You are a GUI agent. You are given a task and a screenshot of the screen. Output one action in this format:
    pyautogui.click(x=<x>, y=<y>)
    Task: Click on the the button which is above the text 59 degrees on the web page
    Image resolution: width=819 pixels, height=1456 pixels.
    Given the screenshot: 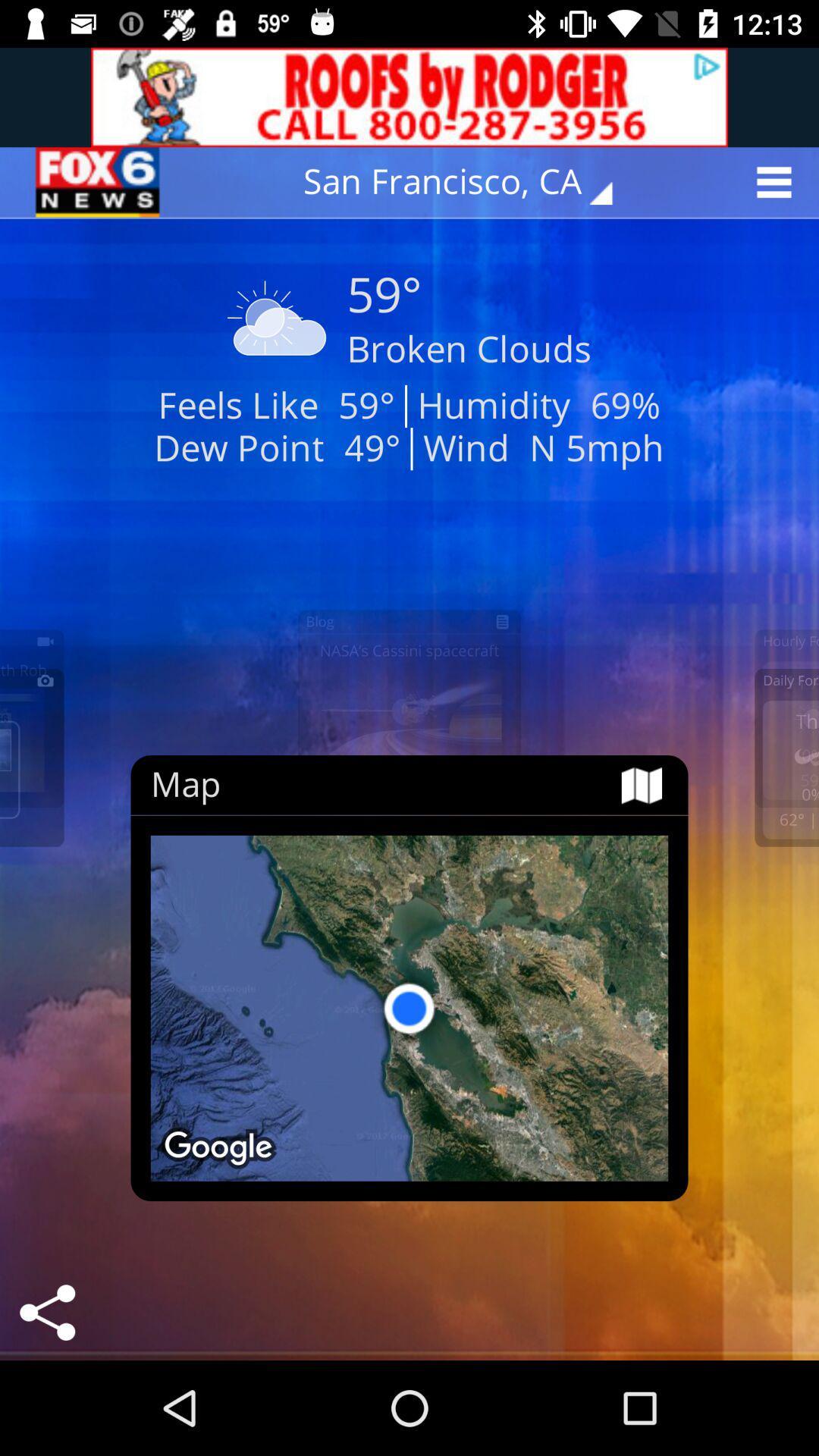 What is the action you would take?
    pyautogui.click(x=468, y=182)
    